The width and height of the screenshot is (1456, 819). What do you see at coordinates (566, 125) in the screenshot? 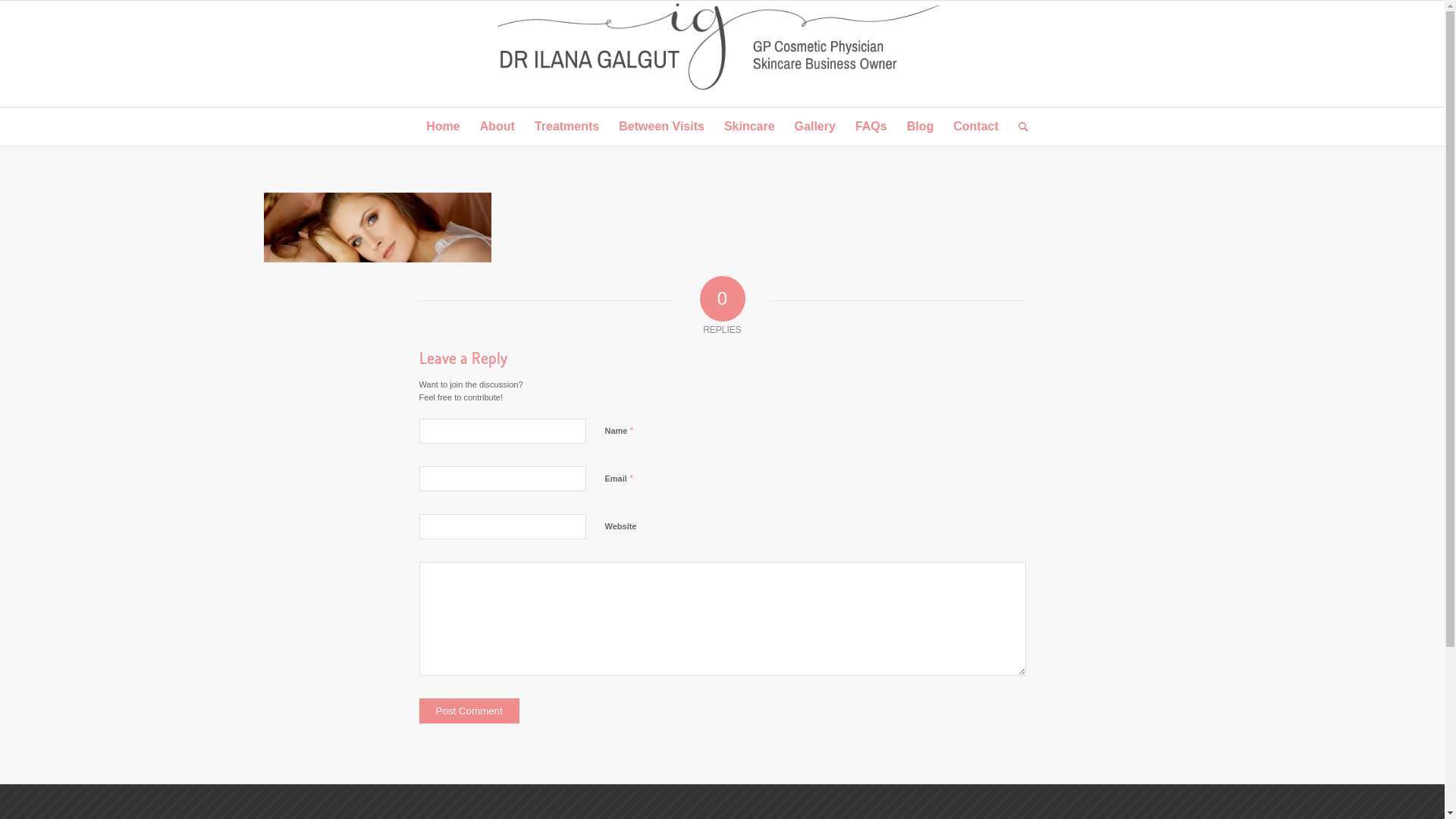
I see `'Treatments'` at bounding box center [566, 125].